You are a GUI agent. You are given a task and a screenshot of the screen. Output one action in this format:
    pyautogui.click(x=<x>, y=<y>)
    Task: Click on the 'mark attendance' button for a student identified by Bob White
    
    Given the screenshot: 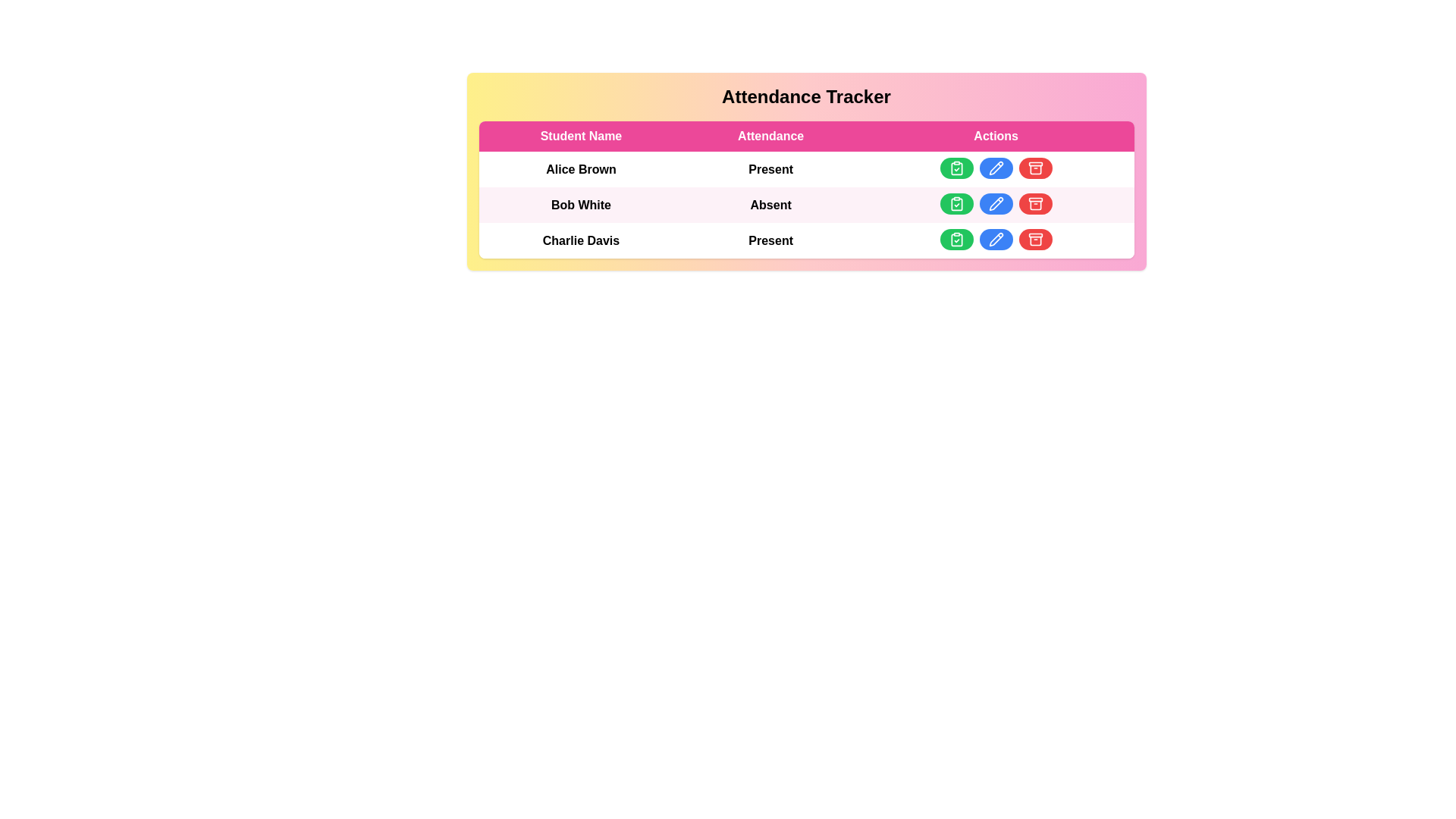 What is the action you would take?
    pyautogui.click(x=955, y=203)
    